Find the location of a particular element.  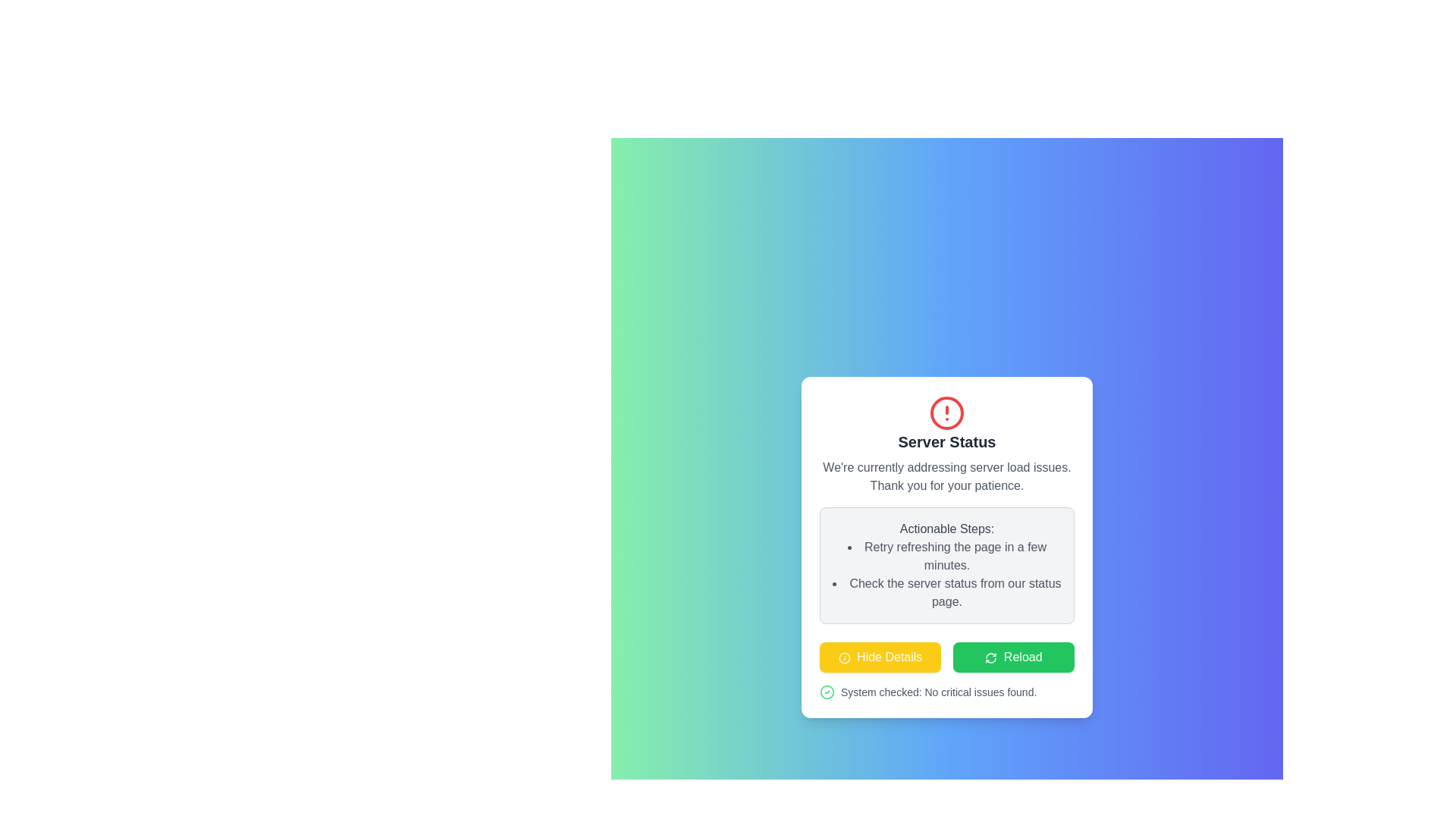

the static text instruction that directs the user to retry refreshing the page, which is the first item in the bulleted list under 'Actionable Steps' is located at coordinates (946, 556).